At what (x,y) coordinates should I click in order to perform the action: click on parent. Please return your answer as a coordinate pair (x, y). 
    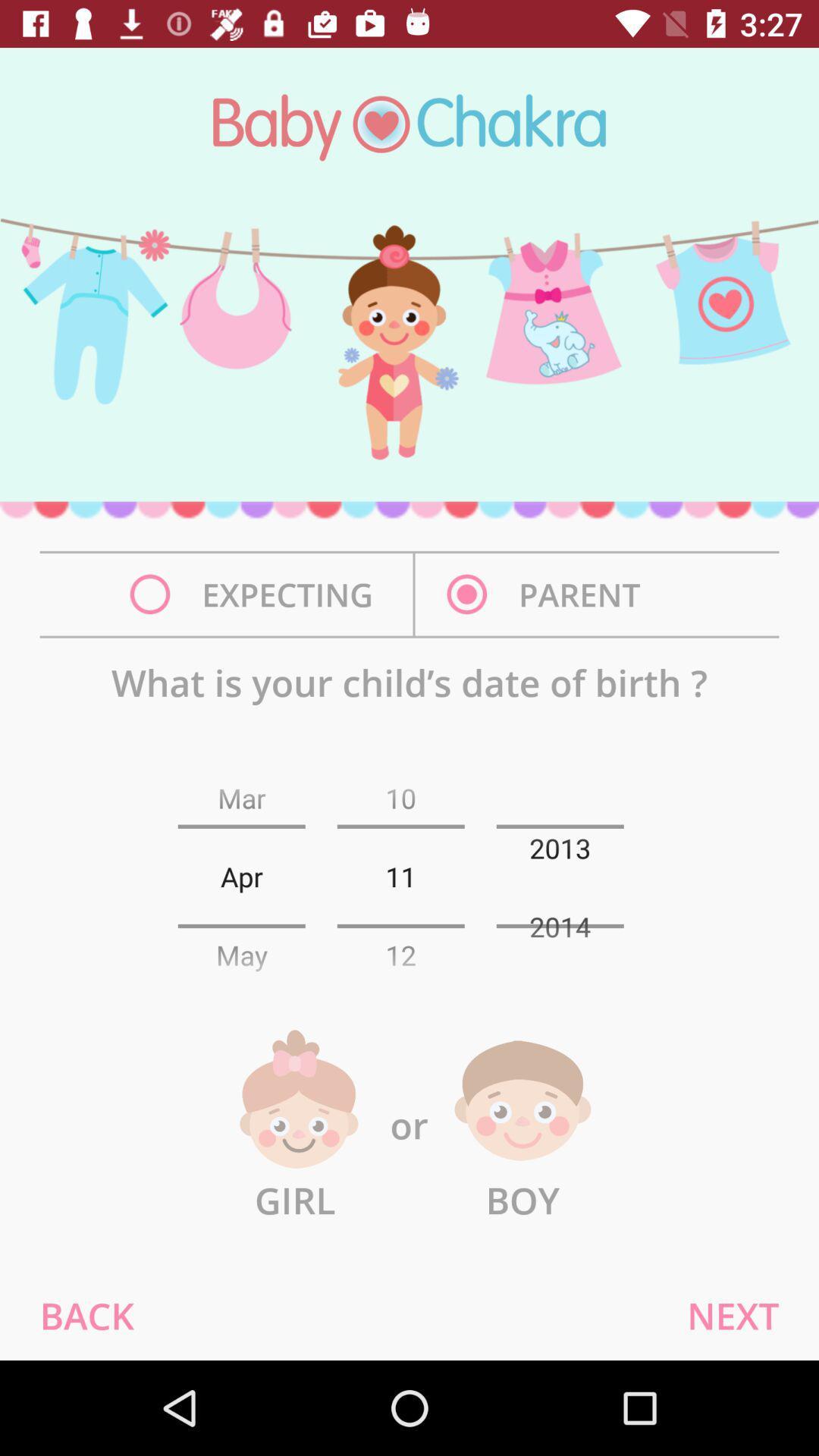
    Looking at the image, I should click on (548, 594).